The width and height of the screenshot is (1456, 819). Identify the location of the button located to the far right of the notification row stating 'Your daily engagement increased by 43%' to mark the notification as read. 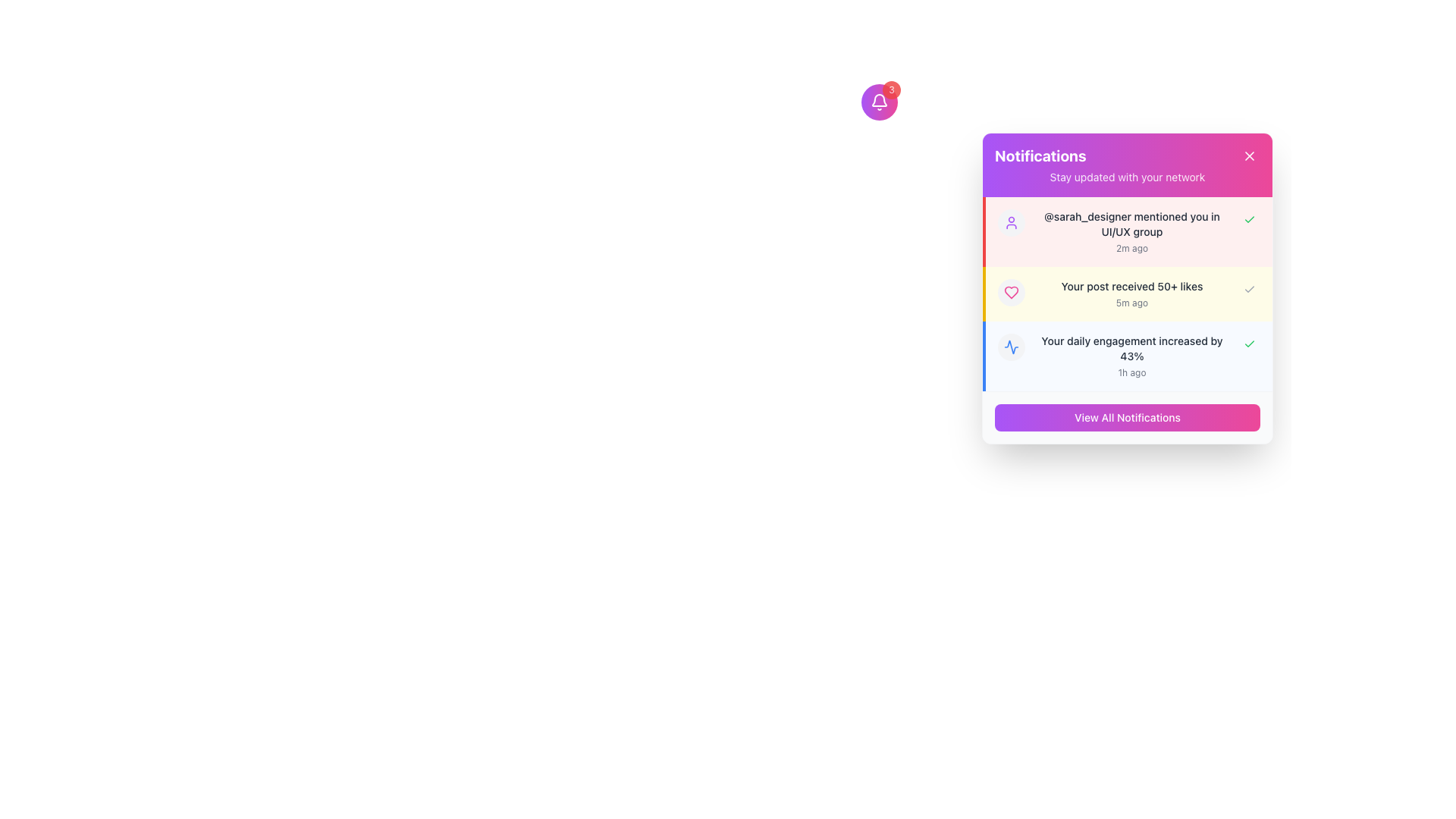
(1249, 344).